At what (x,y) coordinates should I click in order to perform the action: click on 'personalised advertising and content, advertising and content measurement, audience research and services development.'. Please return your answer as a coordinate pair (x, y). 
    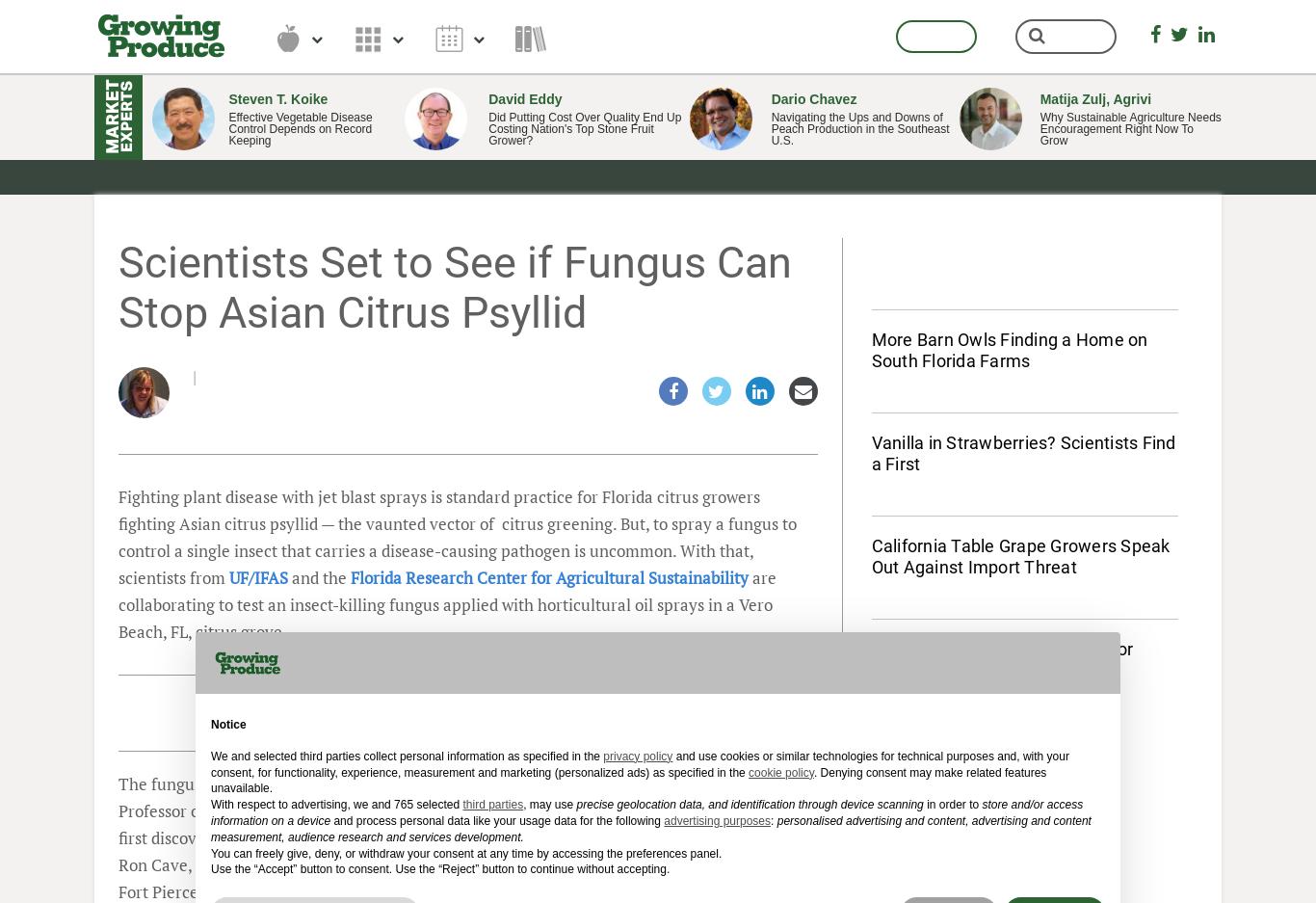
    Looking at the image, I should click on (649, 828).